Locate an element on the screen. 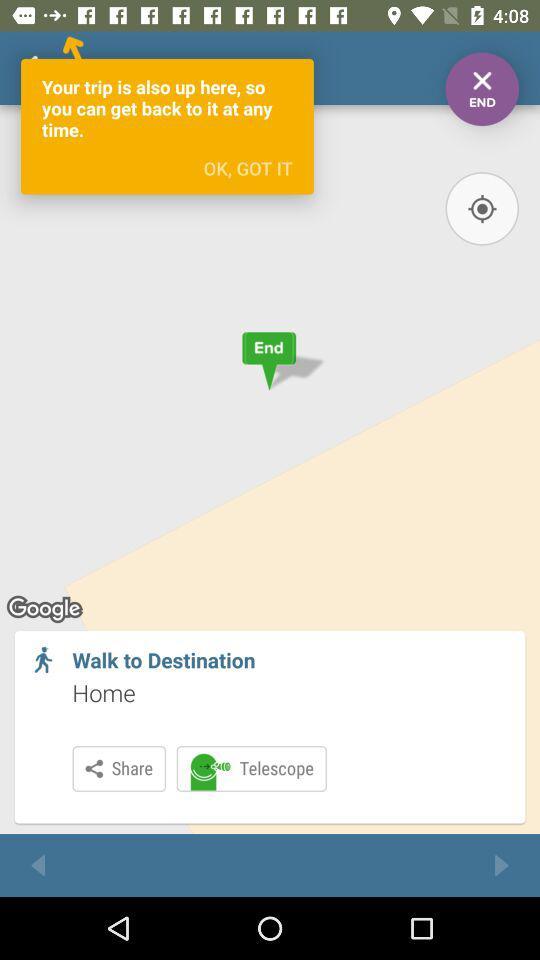 This screenshot has height=960, width=540. the location_crosshair icon is located at coordinates (481, 208).